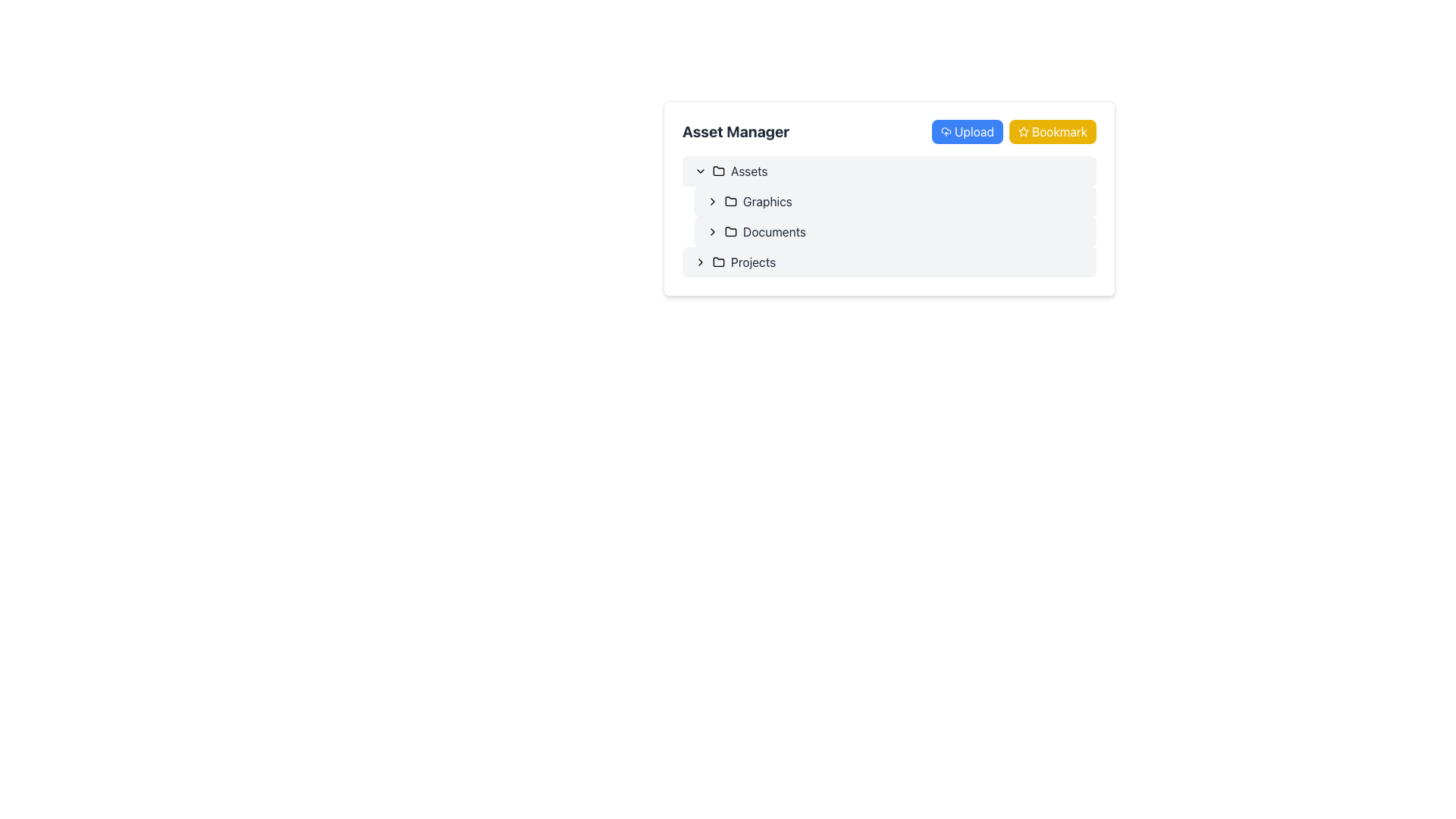 This screenshot has height=819, width=1456. I want to click on the text label representing the name of a folder or category within the asset manager interface, so click(767, 201).